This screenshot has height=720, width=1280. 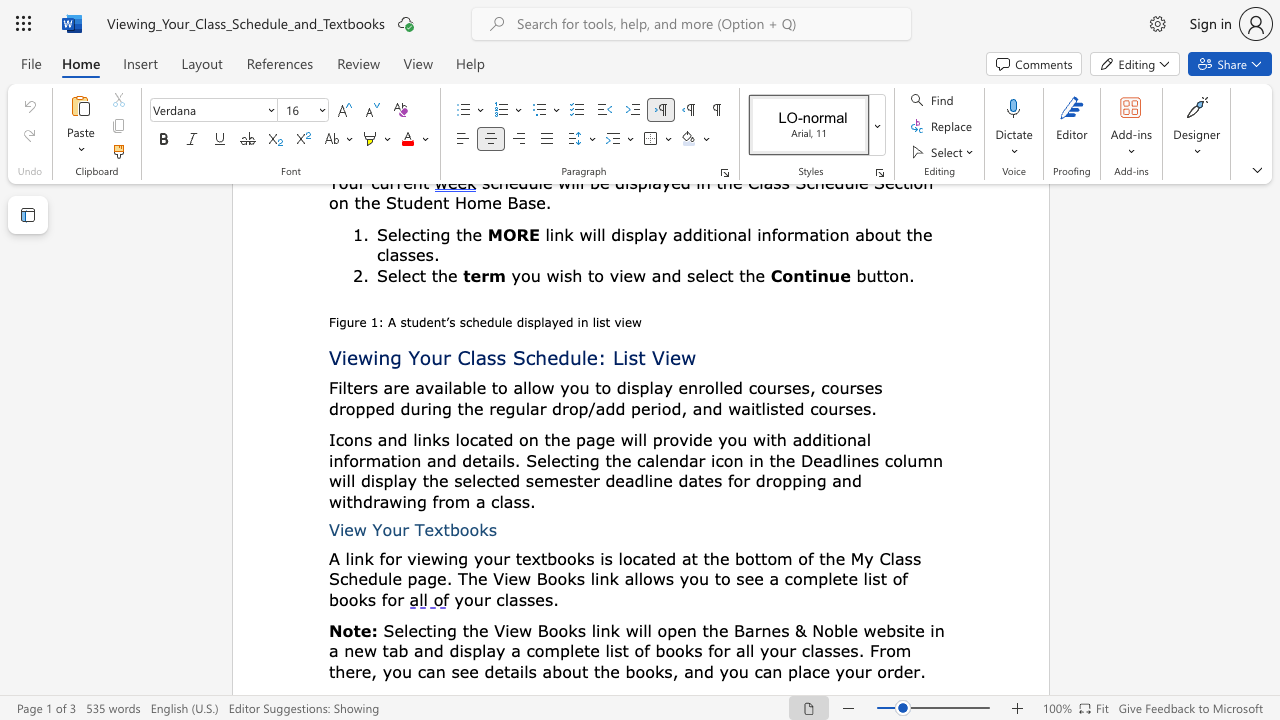 What do you see at coordinates (483, 558) in the screenshot?
I see `the subset text "our t" within the text "A link for viewing your textbooks is"` at bounding box center [483, 558].